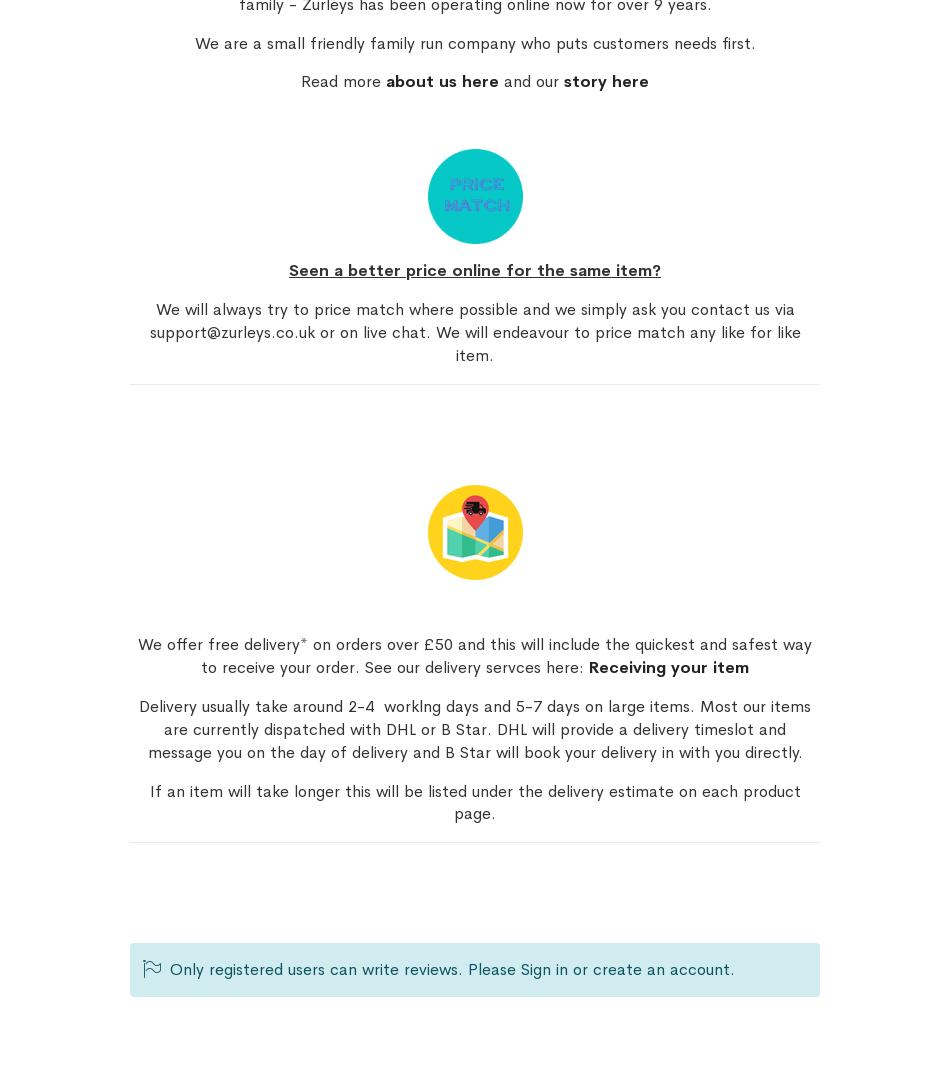 Image resolution: width=950 pixels, height=1074 pixels. What do you see at coordinates (138, 654) in the screenshot?
I see `'We offer free delivery* on orders over £50 and this will include the quickest and safest way to receive your order. See our delivery servces here:'` at bounding box center [138, 654].